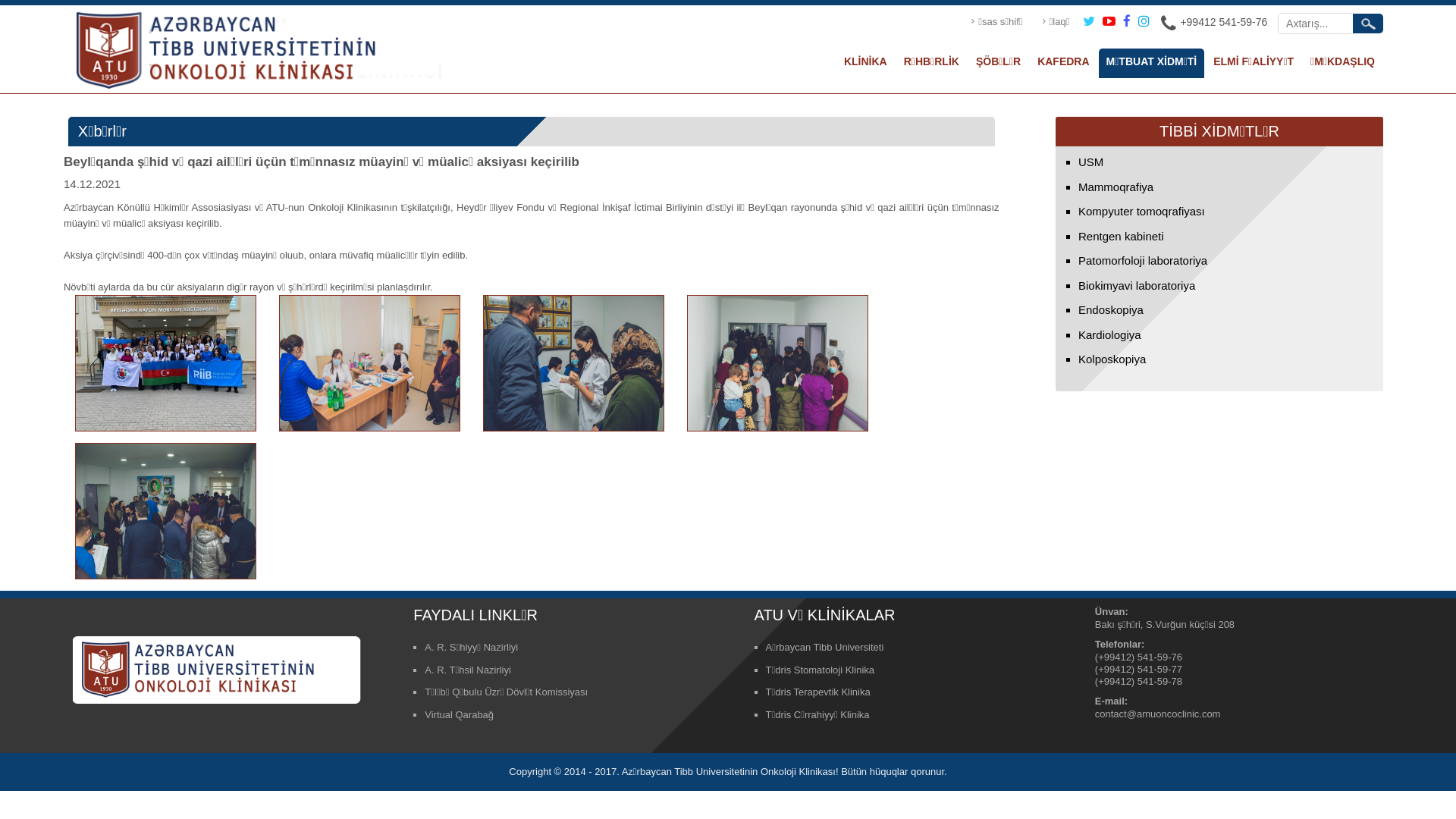 Image resolution: width=1456 pixels, height=819 pixels. Describe the element at coordinates (1062, 62) in the screenshot. I see `'KAFEDRA'` at that location.